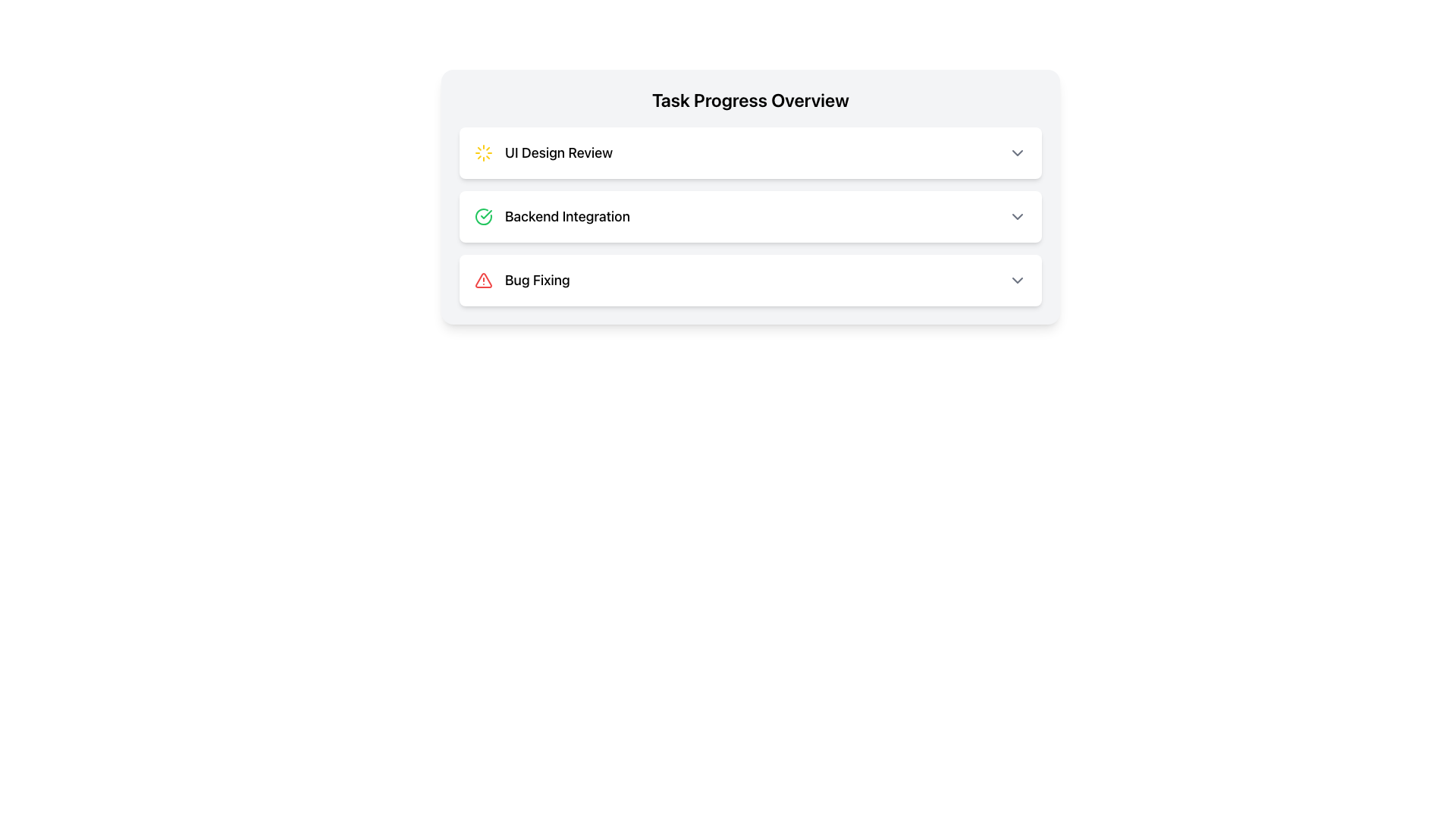 The width and height of the screenshot is (1456, 819). What do you see at coordinates (750, 281) in the screenshot?
I see `the Collapsible section header featuring a white background, rounded corners, and the text 'Bug Fixing' with a red alert triangle icon on the left and a downward-facing arrow icon on the right` at bounding box center [750, 281].